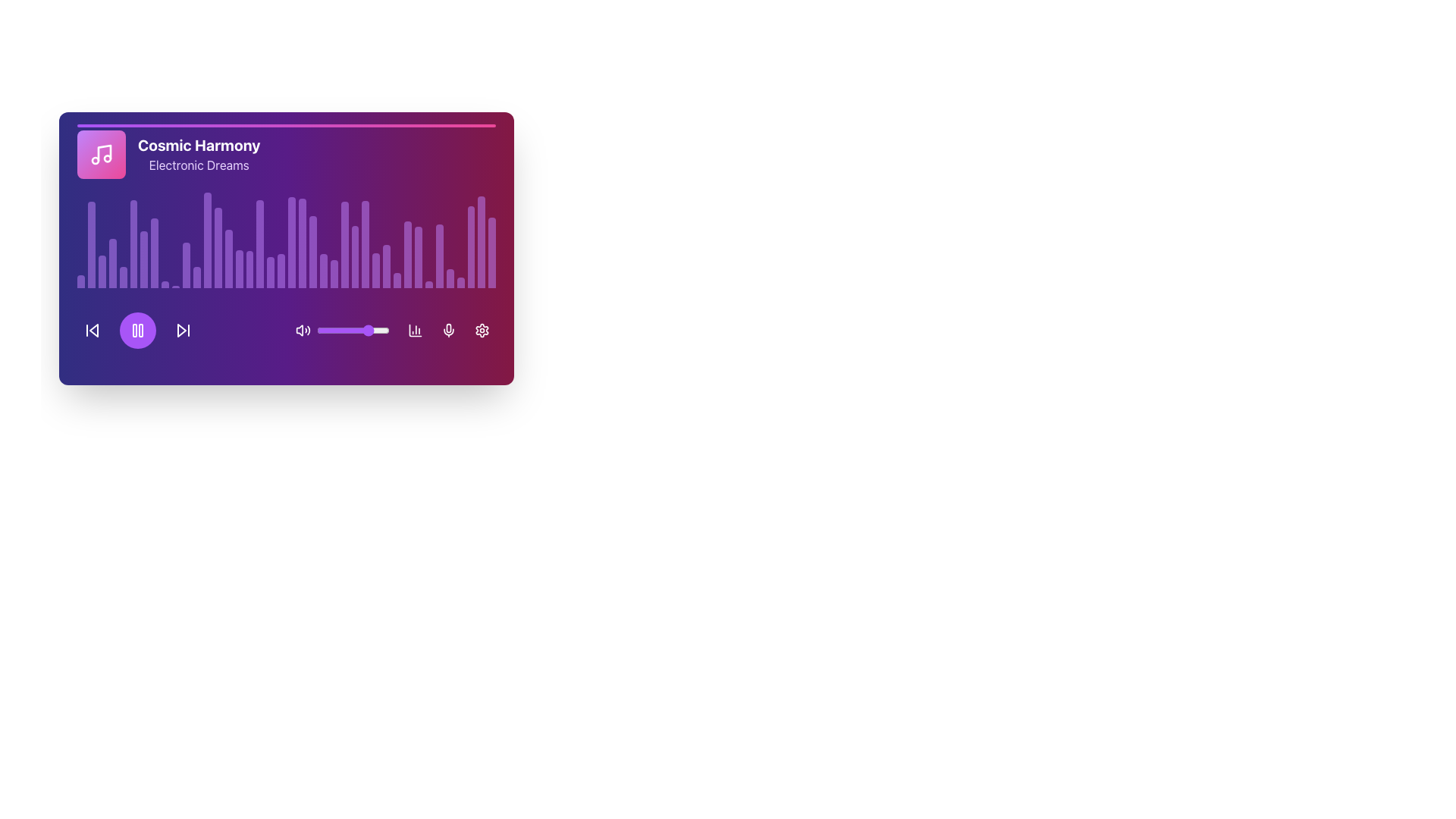 The width and height of the screenshot is (1456, 819). Describe the element at coordinates (312, 251) in the screenshot. I see `the 23rd vertical purple bar representing audio levels, which has rounded top edges and is styled in a light purple shade` at that location.